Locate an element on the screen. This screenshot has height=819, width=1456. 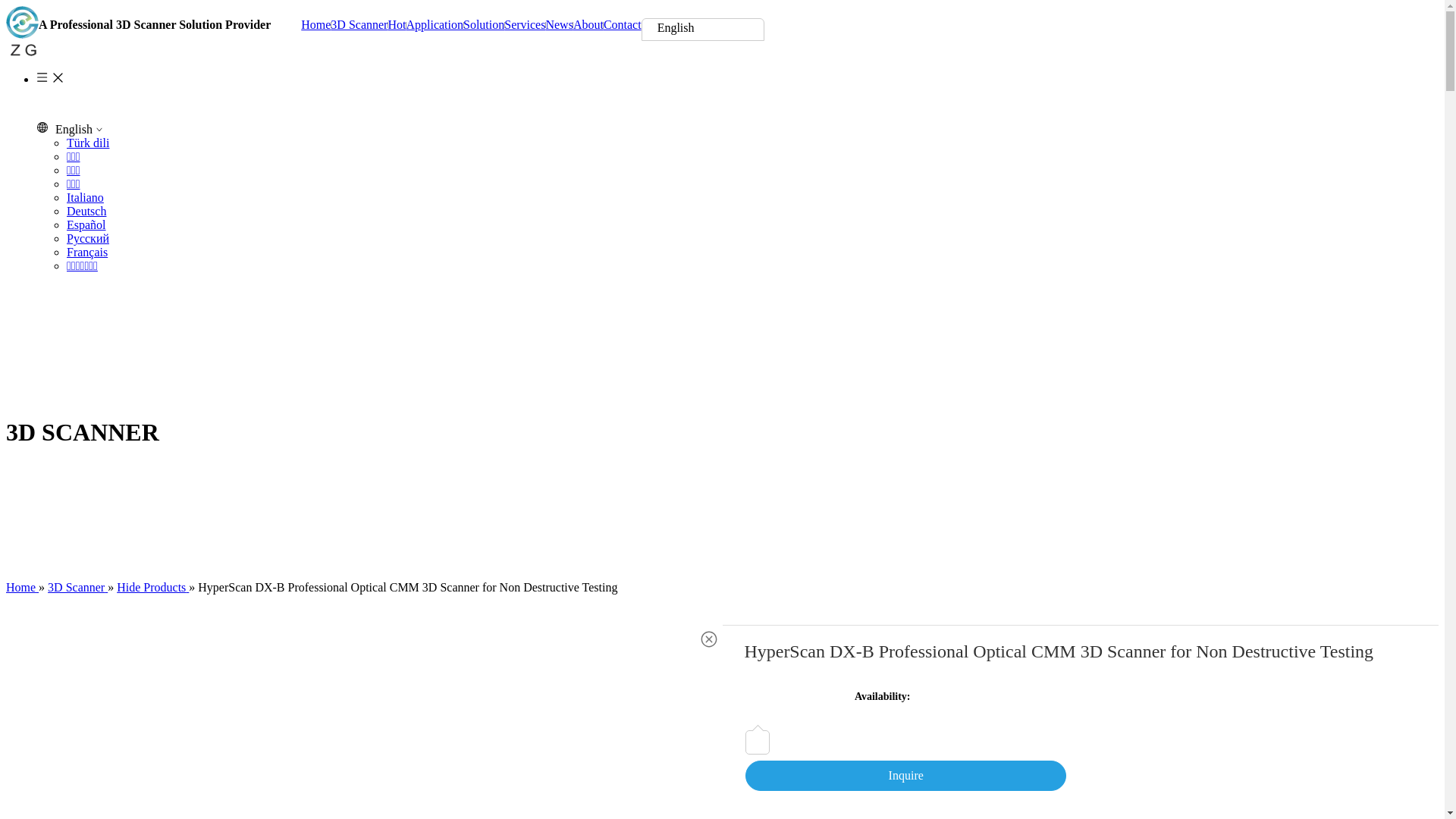
'3D Scanner' is located at coordinates (358, 25).